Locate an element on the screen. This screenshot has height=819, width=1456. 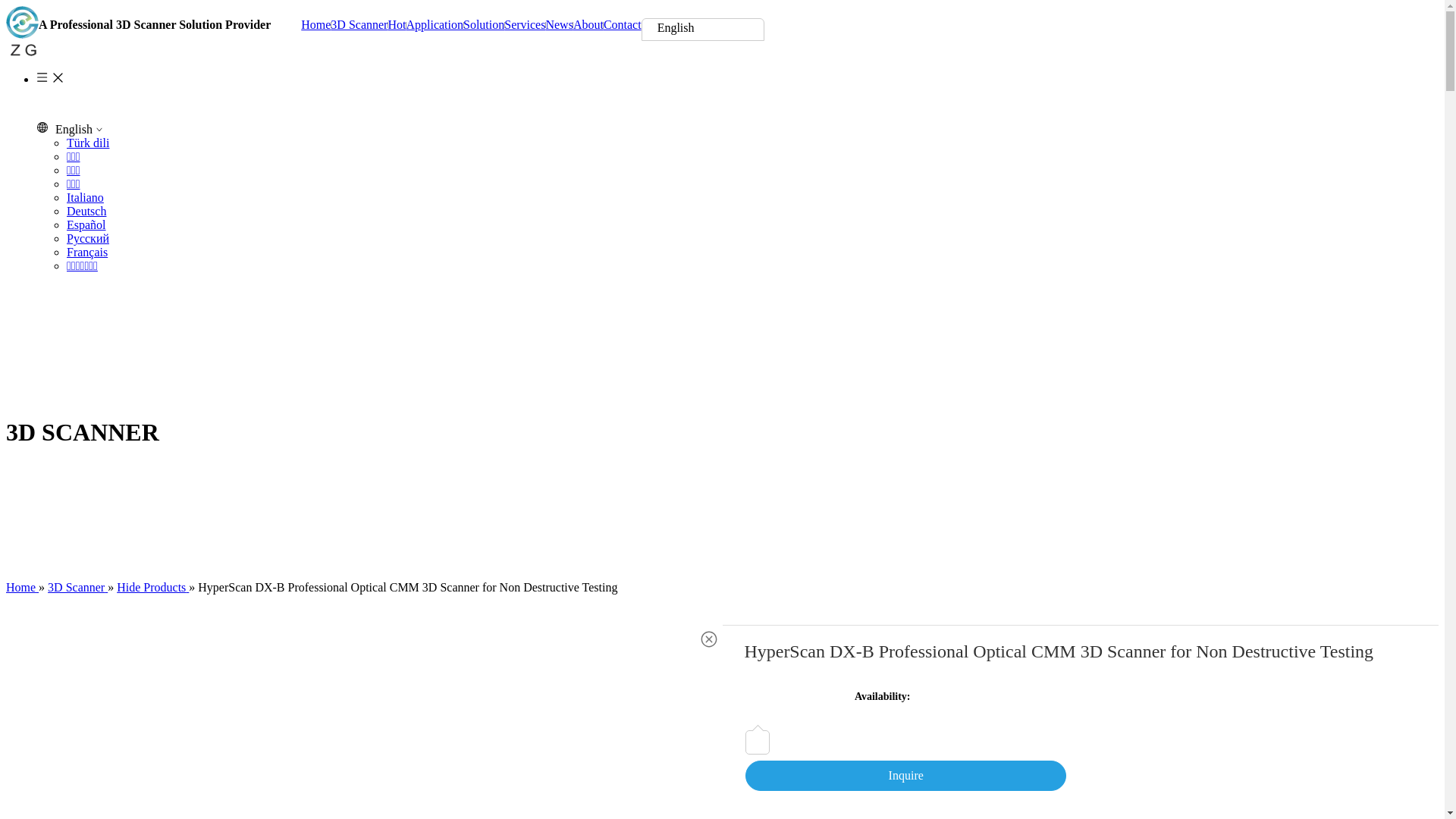
'3D Scanner' is located at coordinates (358, 25).